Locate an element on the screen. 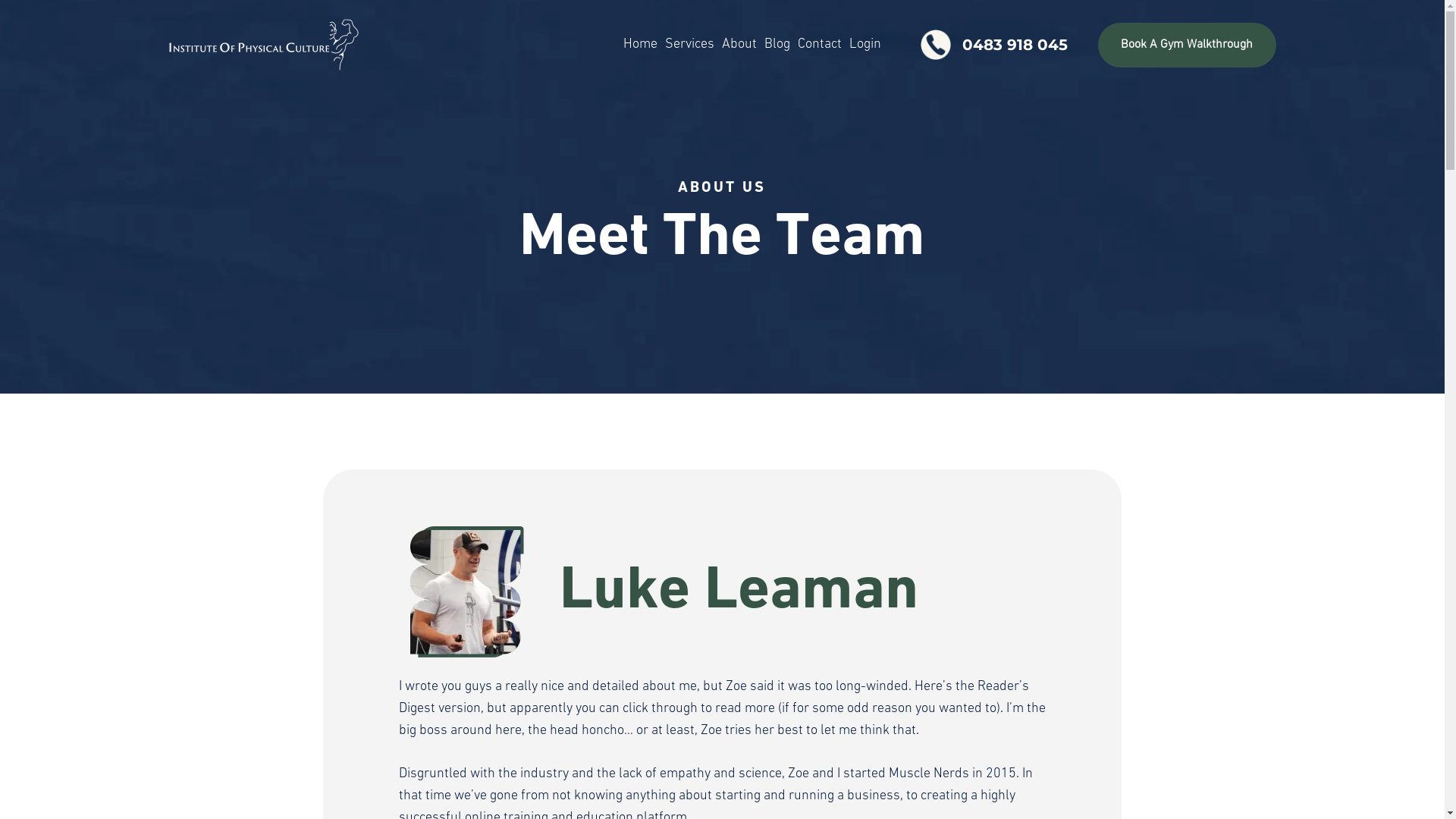 This screenshot has width=1456, height=819. '0483 918 045' is located at coordinates (991, 43).